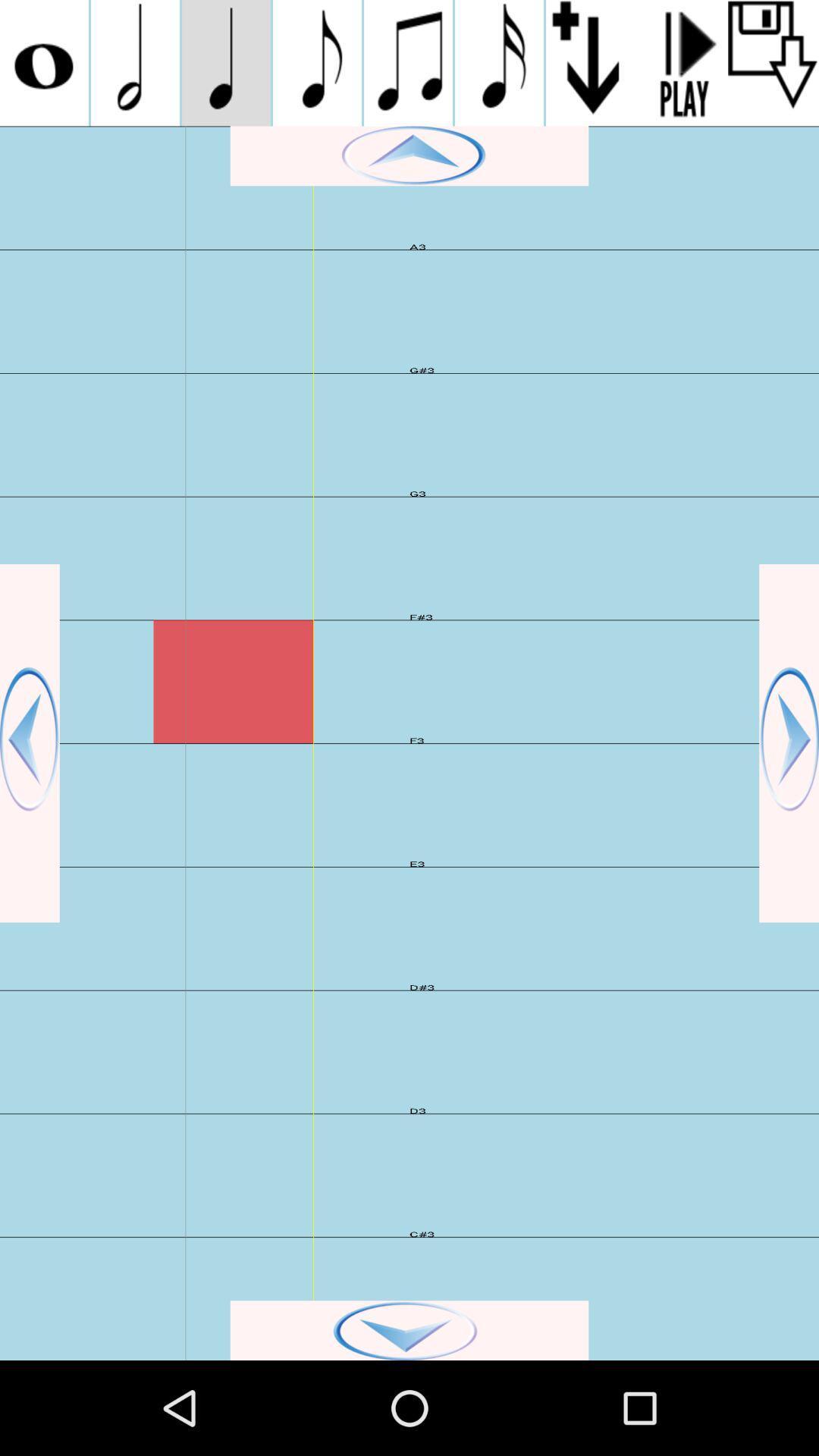 Image resolution: width=819 pixels, height=1456 pixels. Describe the element at coordinates (590, 62) in the screenshot. I see `new below` at that location.